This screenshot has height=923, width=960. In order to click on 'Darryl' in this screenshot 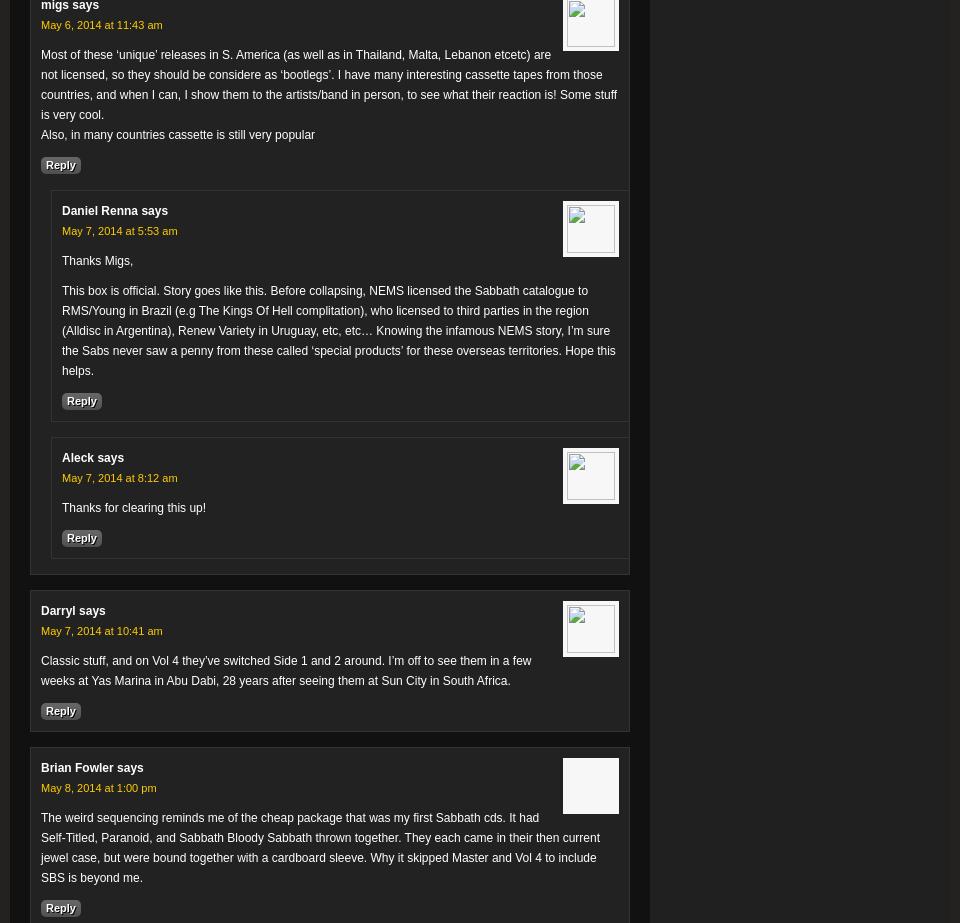, I will do `click(56, 610)`.